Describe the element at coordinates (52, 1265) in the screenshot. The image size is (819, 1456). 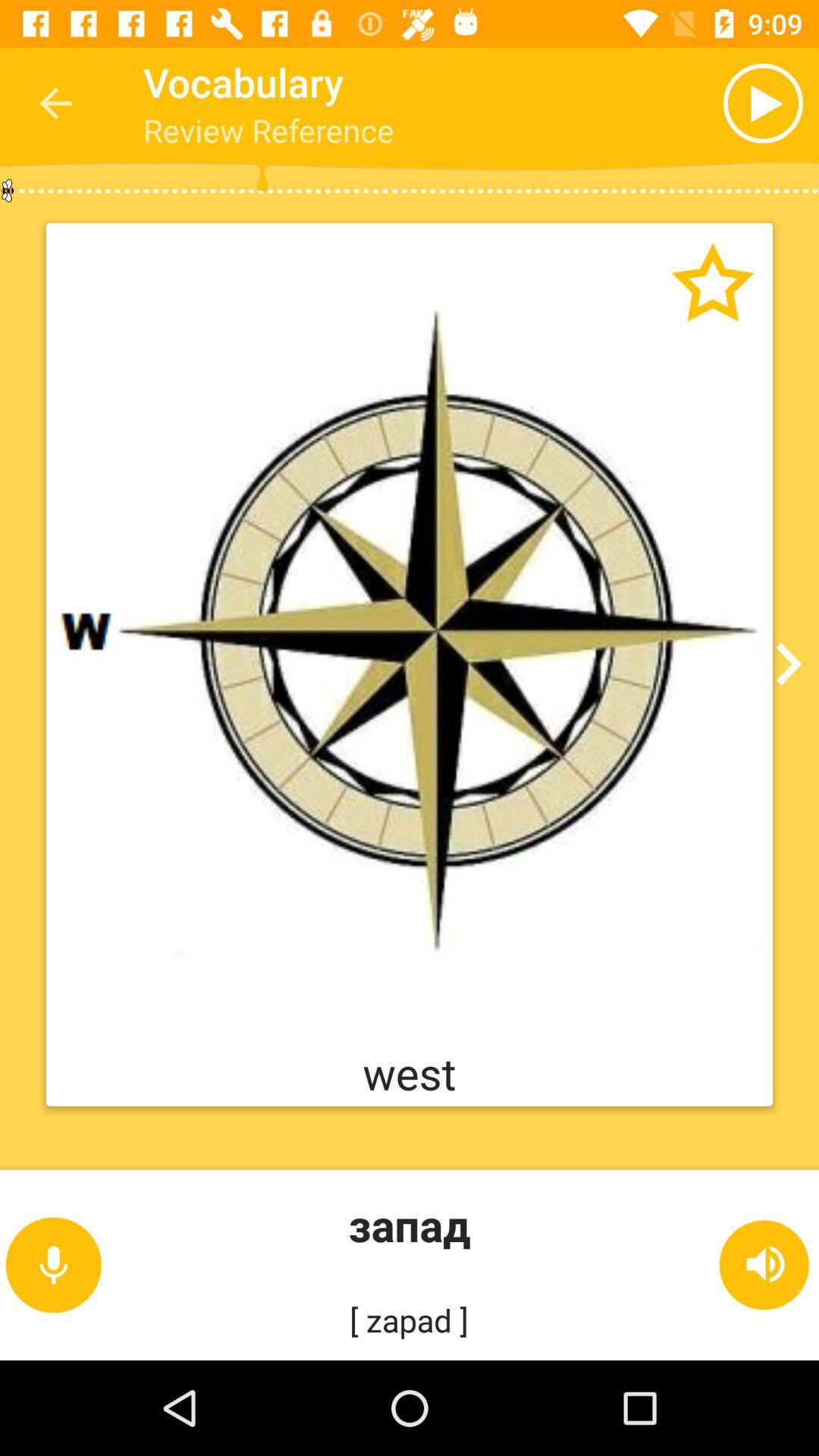
I see `the microphone icon` at that location.